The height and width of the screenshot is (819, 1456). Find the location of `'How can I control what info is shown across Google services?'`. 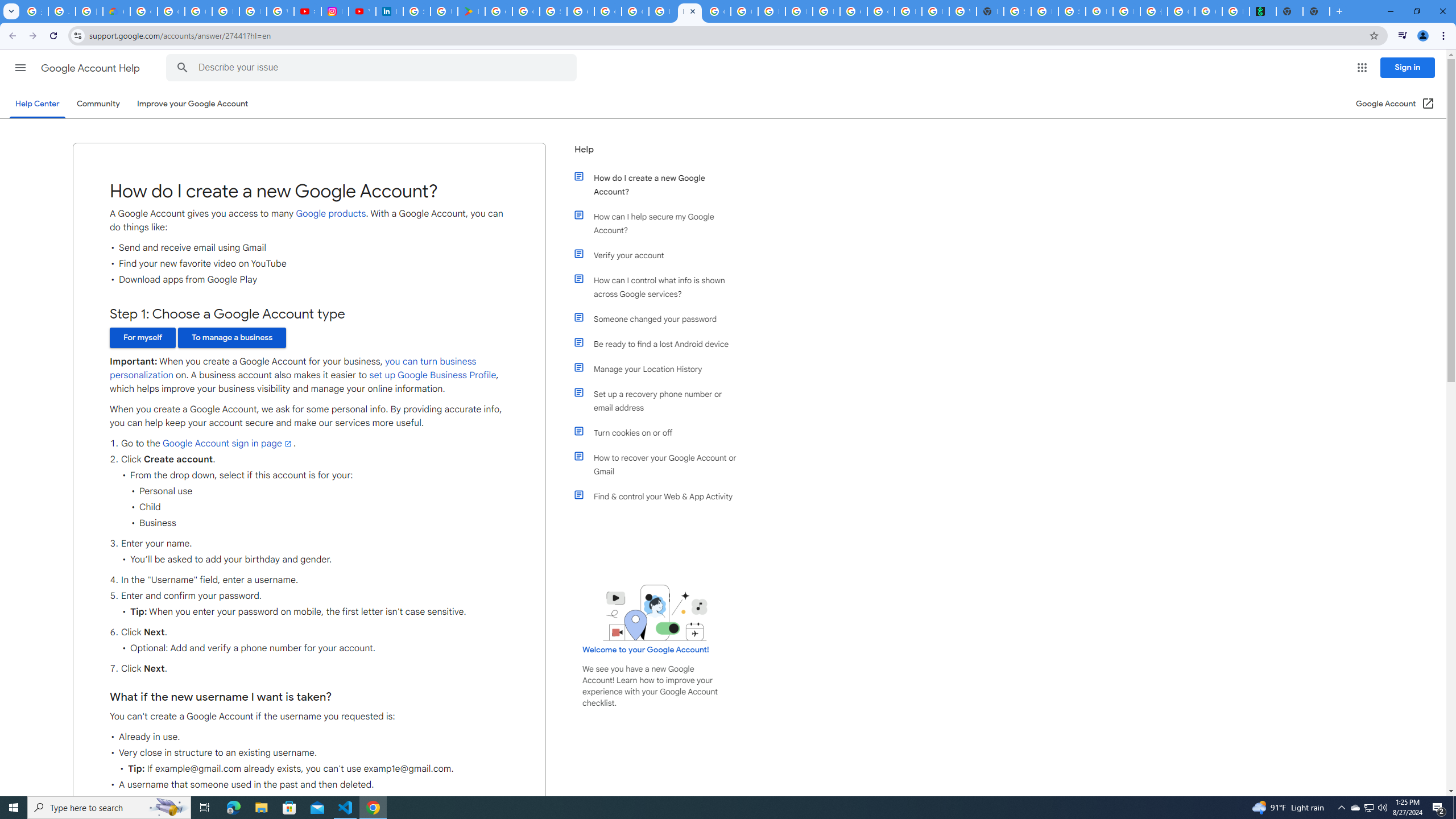

'How can I control what info is shown across Google services?' is located at coordinates (661, 286).